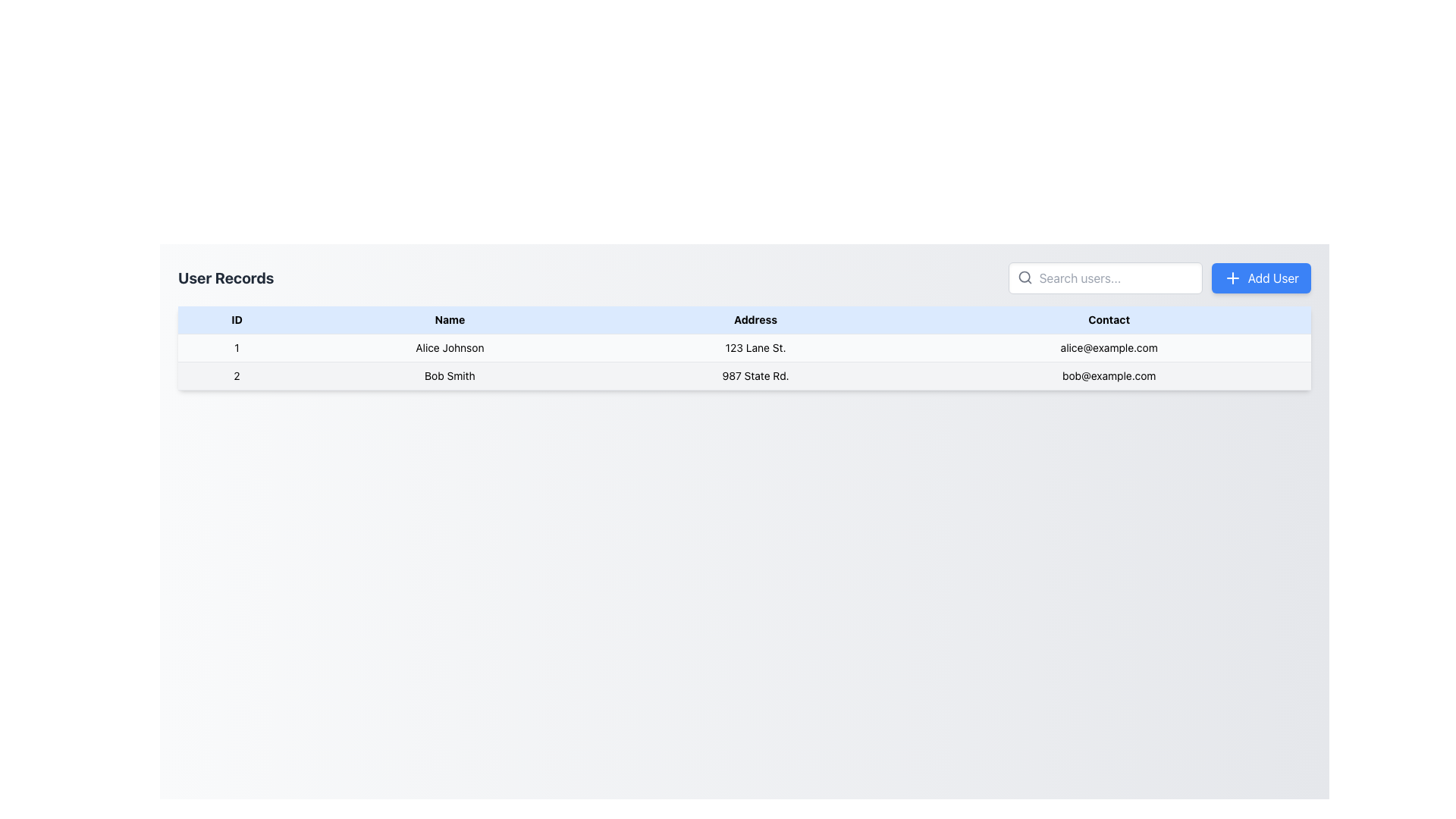 This screenshot has height=819, width=1456. I want to click on the 'Contact' column header in the table, which is the fourth column header aligned with the 'Contact' data, so click(1109, 319).